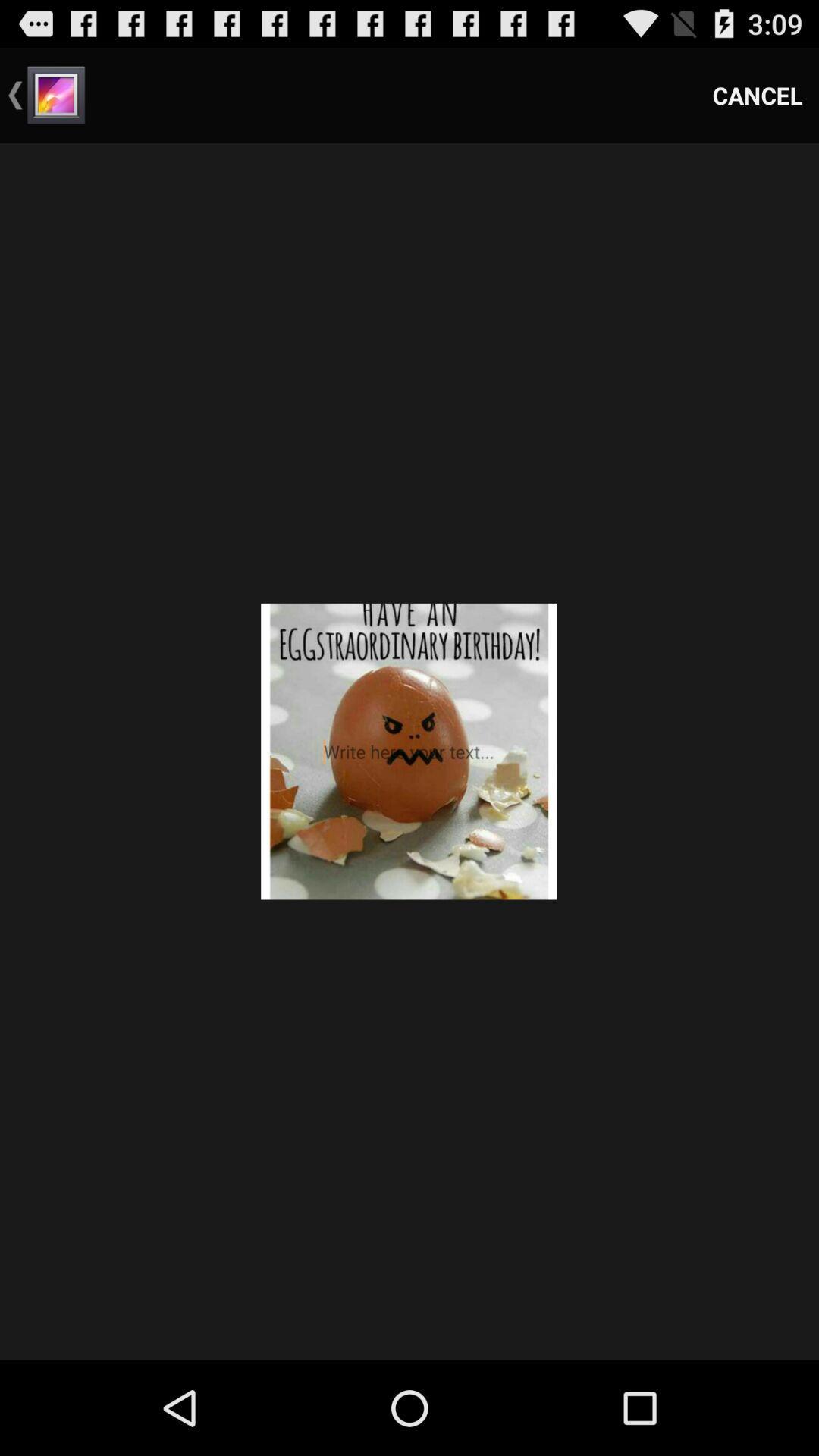  Describe the element at coordinates (758, 94) in the screenshot. I see `cancel` at that location.